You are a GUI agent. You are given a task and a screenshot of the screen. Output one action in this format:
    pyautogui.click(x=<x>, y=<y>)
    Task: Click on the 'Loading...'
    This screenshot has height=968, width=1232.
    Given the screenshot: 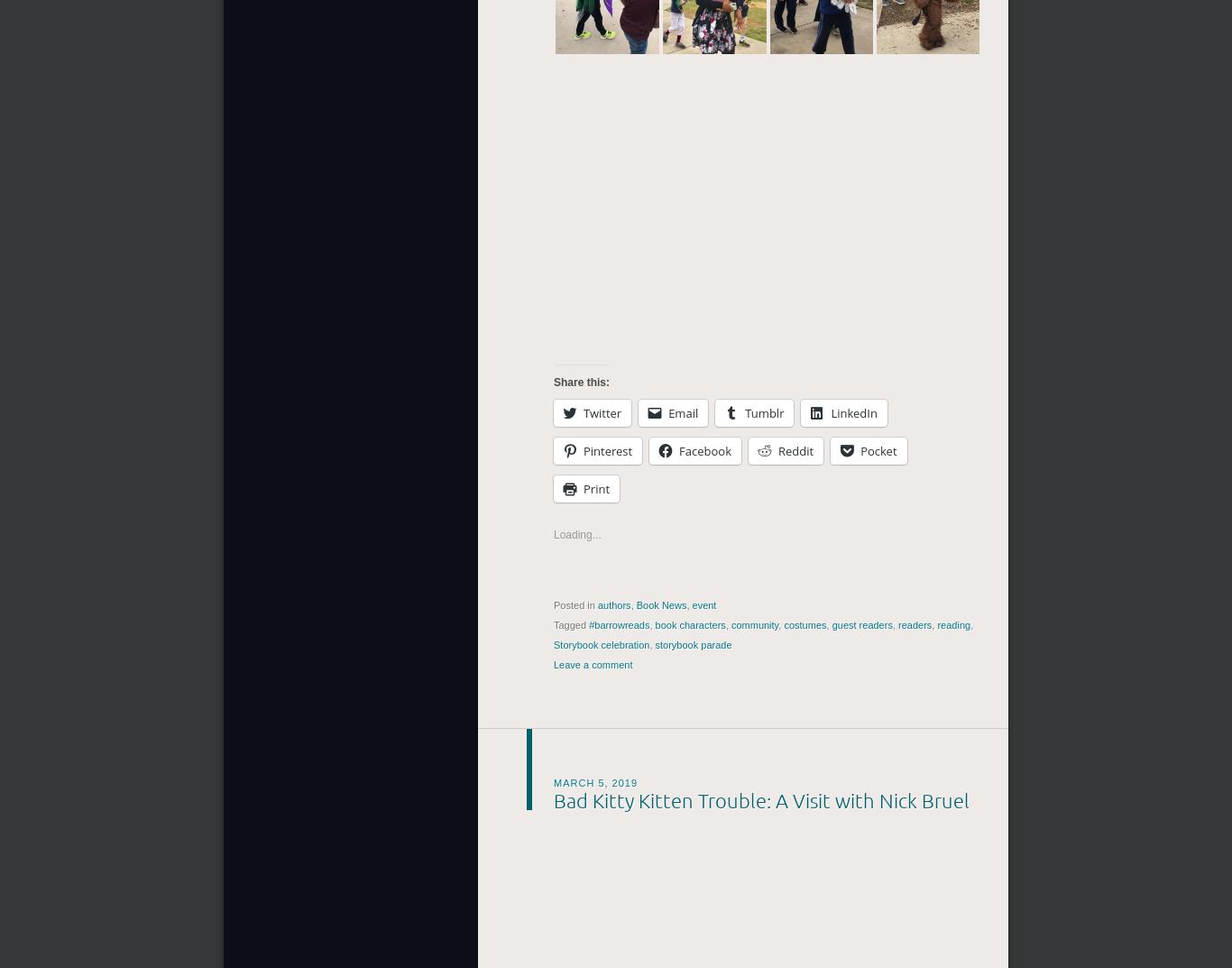 What is the action you would take?
    pyautogui.click(x=553, y=535)
    